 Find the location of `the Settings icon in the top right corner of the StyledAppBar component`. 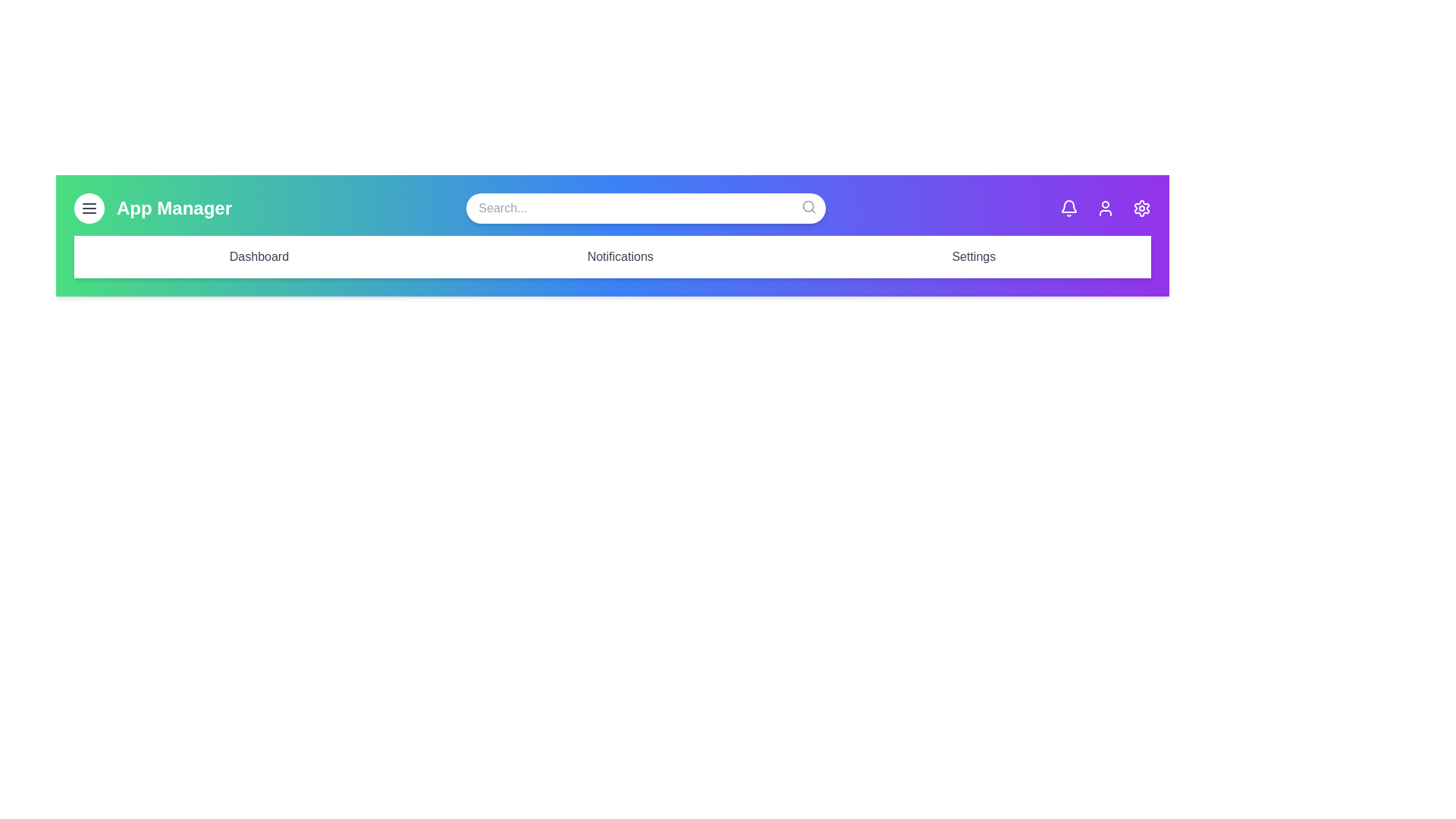

the Settings icon in the top right corner of the StyledAppBar component is located at coordinates (1142, 208).